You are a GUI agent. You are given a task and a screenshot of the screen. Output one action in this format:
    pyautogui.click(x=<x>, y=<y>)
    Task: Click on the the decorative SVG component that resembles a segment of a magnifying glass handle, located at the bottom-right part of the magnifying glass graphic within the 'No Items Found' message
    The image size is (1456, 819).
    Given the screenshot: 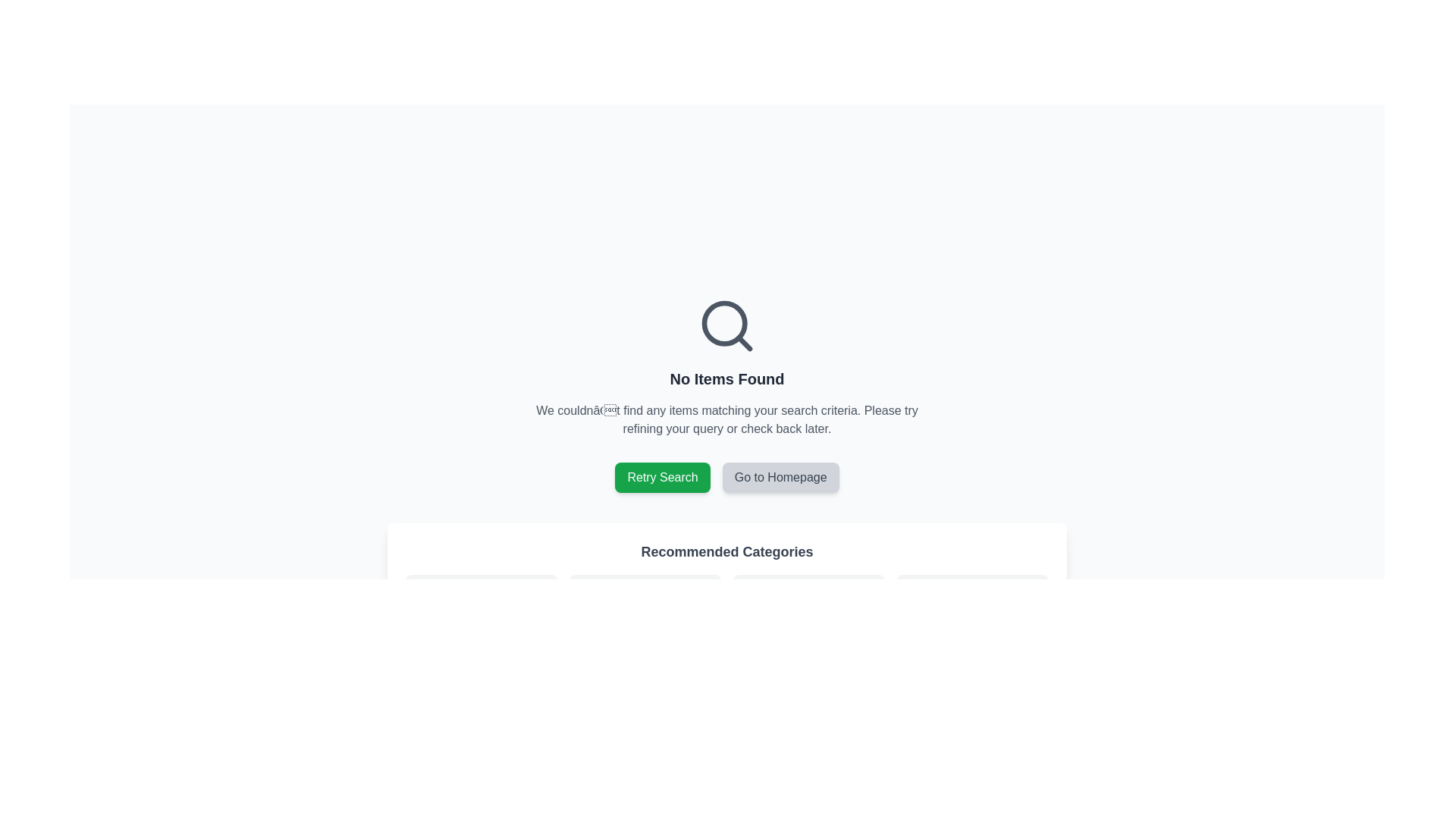 What is the action you would take?
    pyautogui.click(x=744, y=343)
    